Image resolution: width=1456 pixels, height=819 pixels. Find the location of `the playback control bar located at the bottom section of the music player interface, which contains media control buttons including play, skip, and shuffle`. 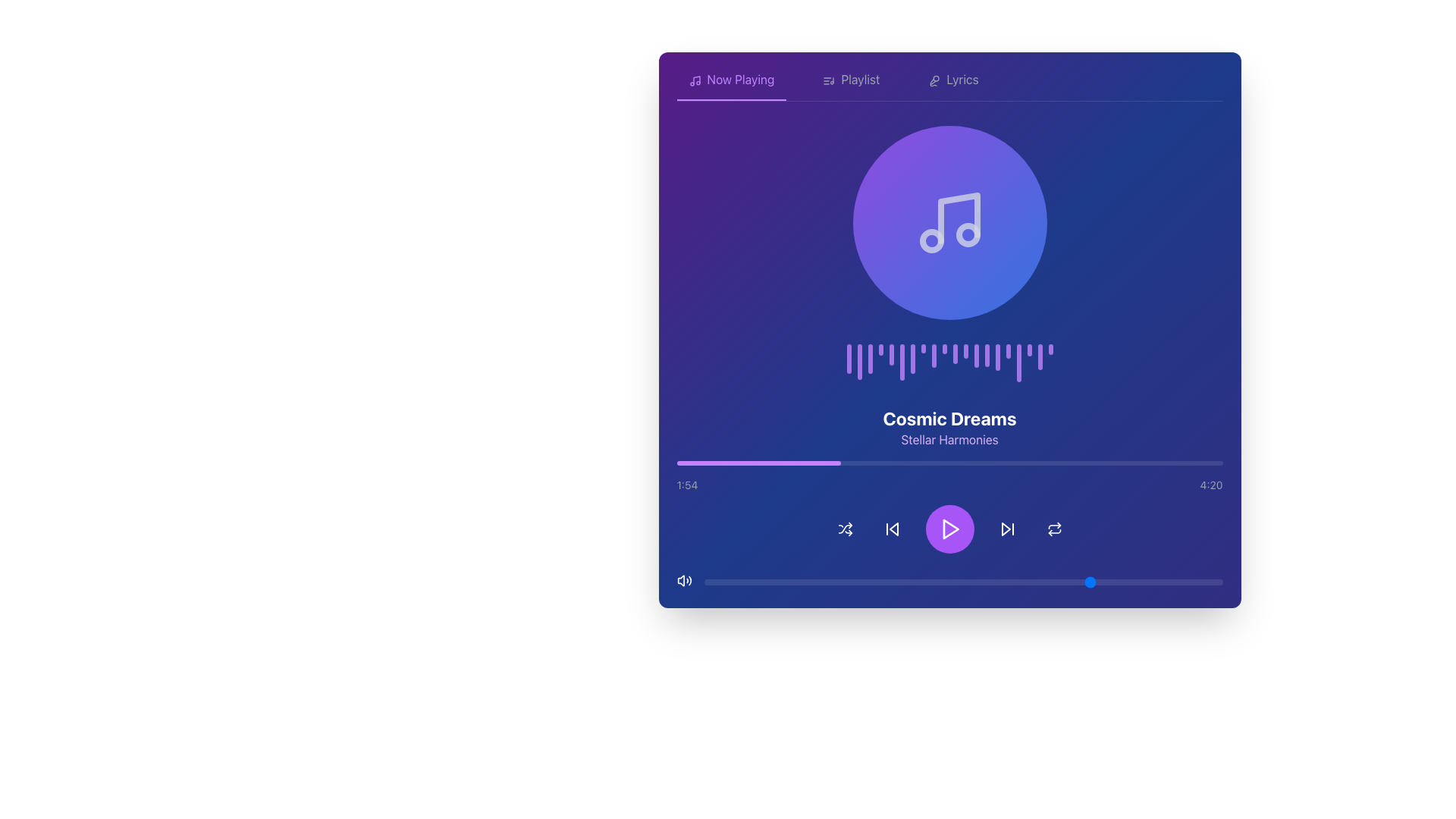

the playback control bar located at the bottom section of the music player interface, which contains media control buttons including play, skip, and shuffle is located at coordinates (949, 529).